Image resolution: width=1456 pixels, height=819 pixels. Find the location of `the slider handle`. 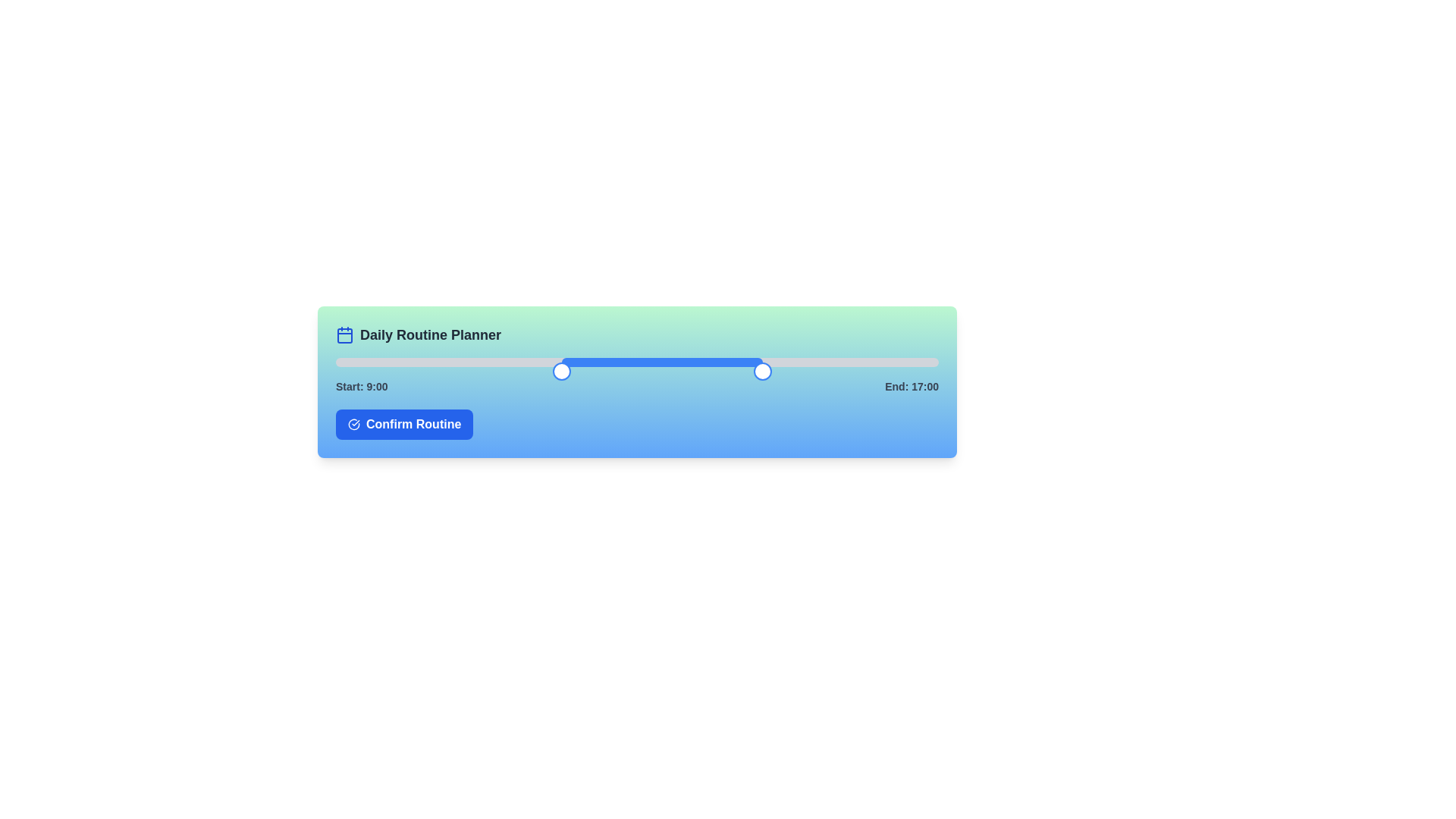

the slider handle is located at coordinates (682, 371).